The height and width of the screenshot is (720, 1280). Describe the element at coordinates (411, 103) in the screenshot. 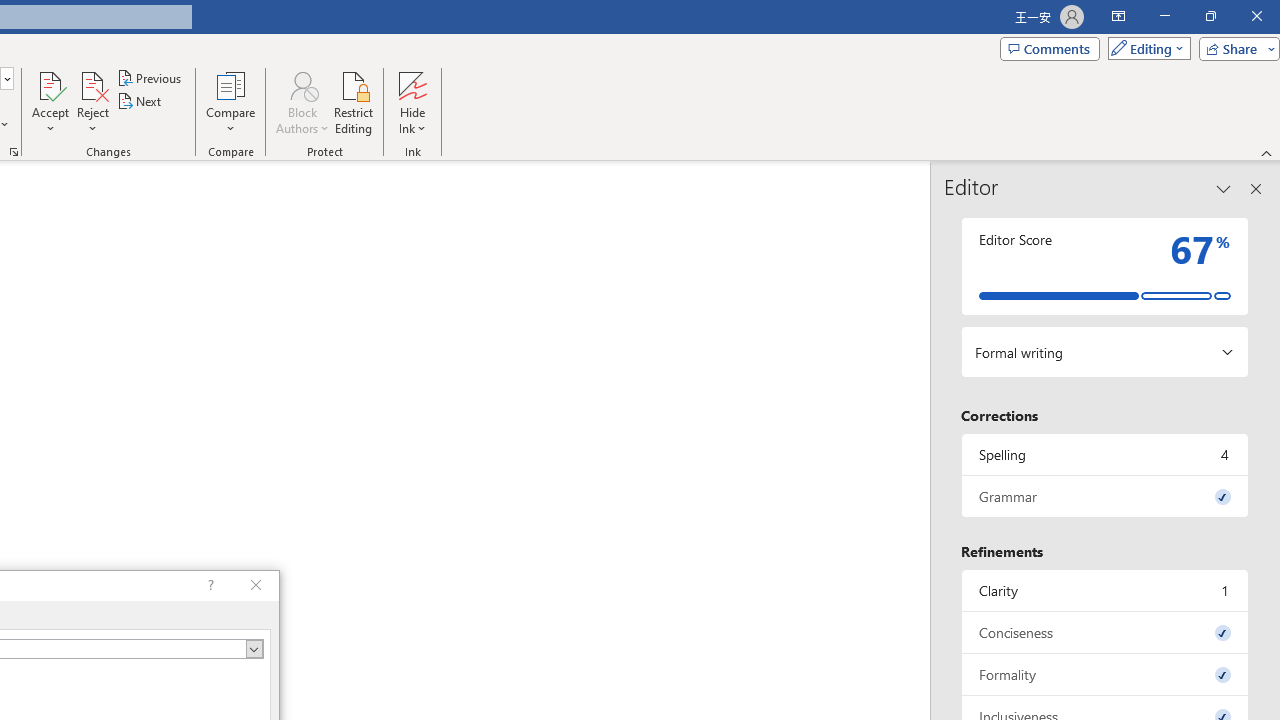

I see `'Hide Ink'` at that location.